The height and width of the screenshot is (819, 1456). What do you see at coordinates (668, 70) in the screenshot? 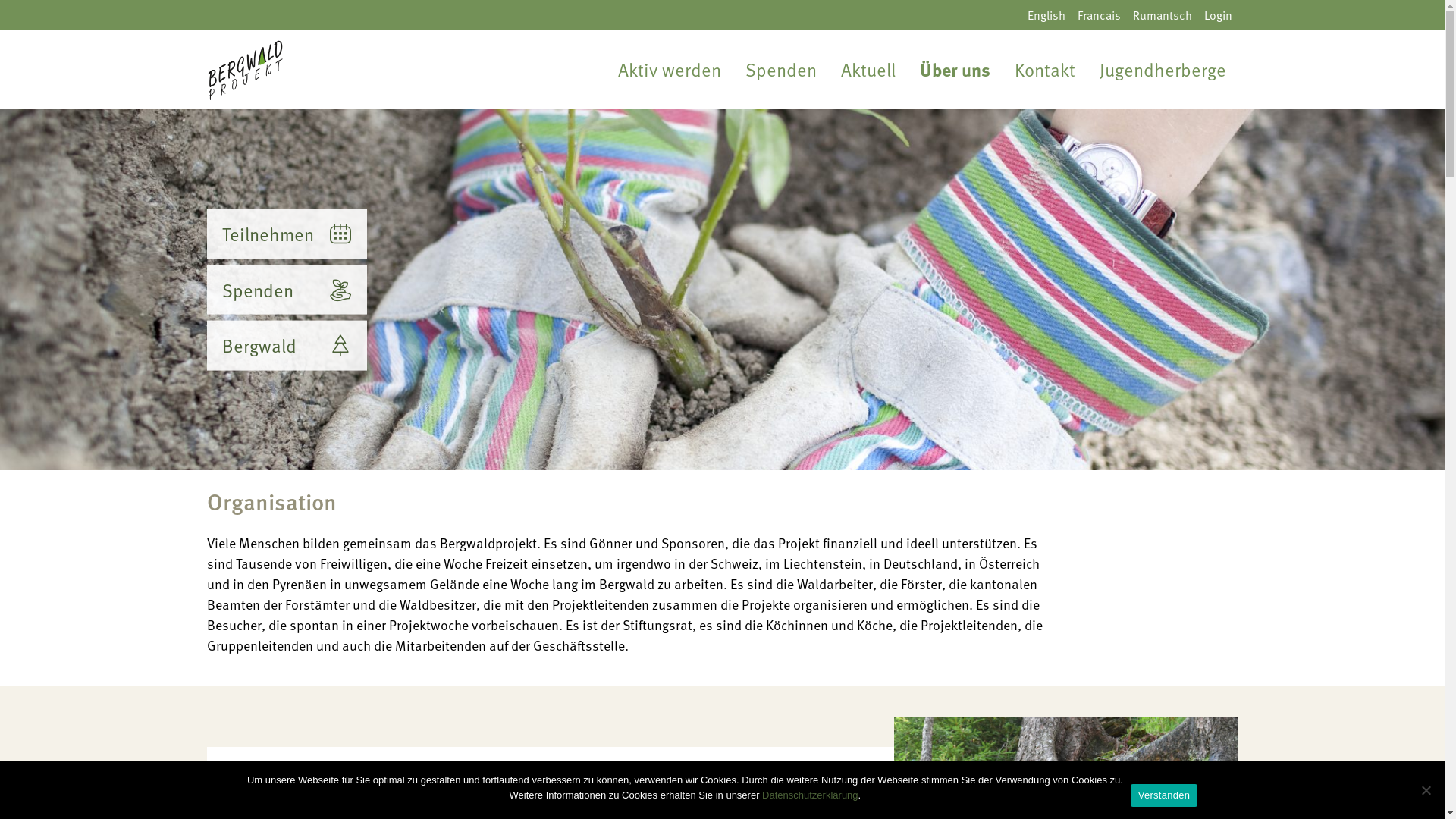
I see `'Aktiv werden'` at bounding box center [668, 70].